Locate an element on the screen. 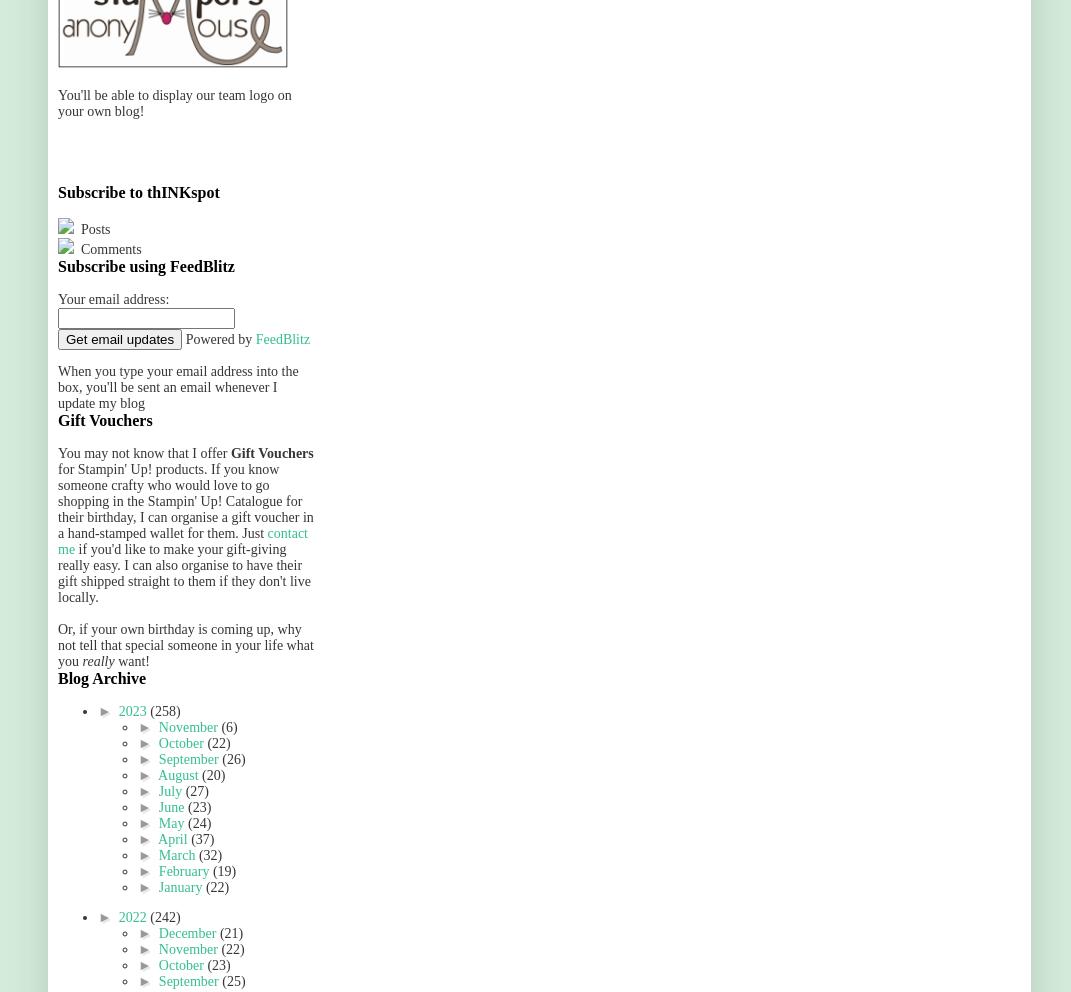  'Powered by' is located at coordinates (180, 338).